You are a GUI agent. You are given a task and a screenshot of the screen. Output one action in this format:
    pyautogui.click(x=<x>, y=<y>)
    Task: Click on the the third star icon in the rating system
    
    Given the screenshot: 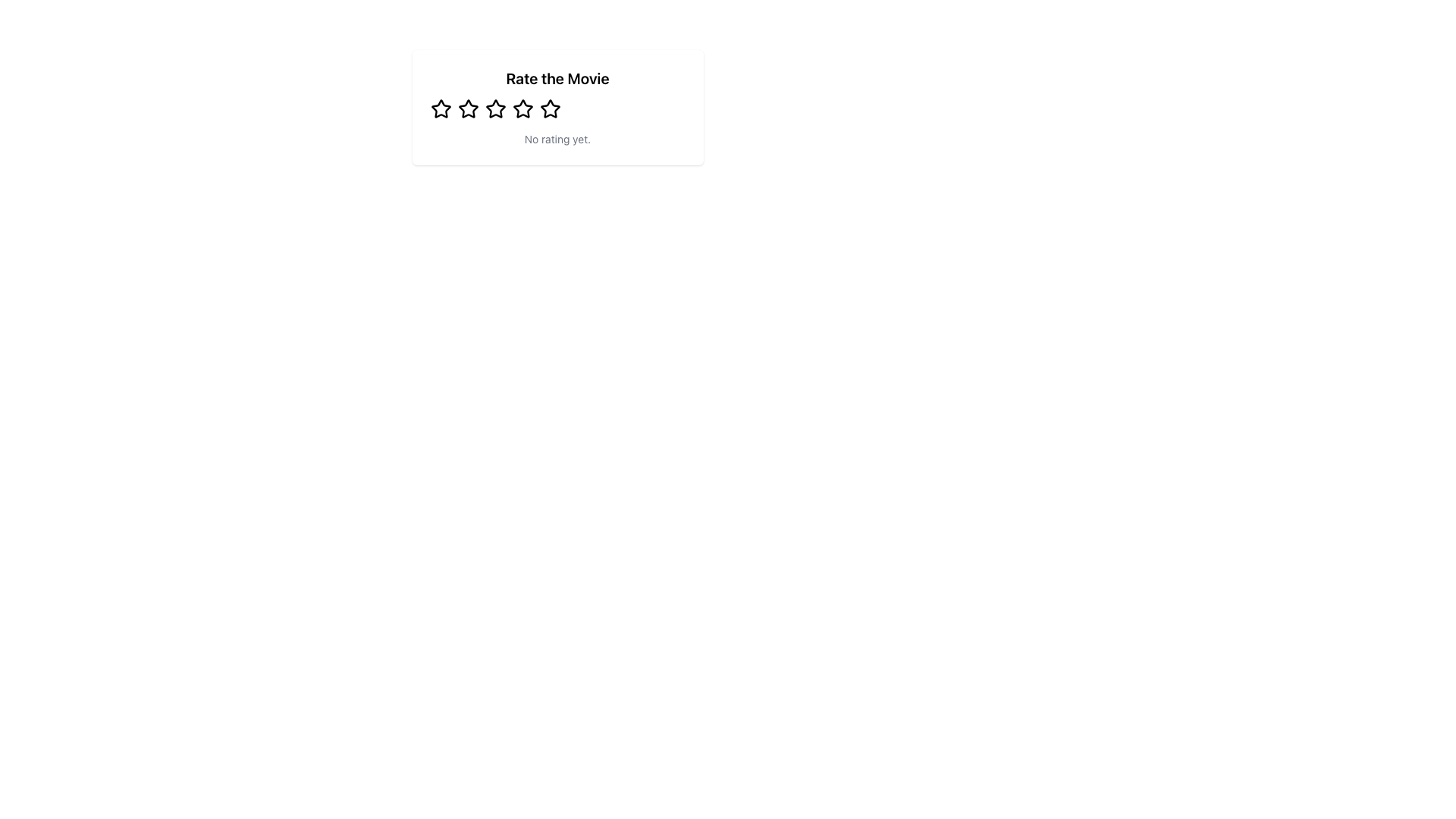 What is the action you would take?
    pyautogui.click(x=522, y=108)
    